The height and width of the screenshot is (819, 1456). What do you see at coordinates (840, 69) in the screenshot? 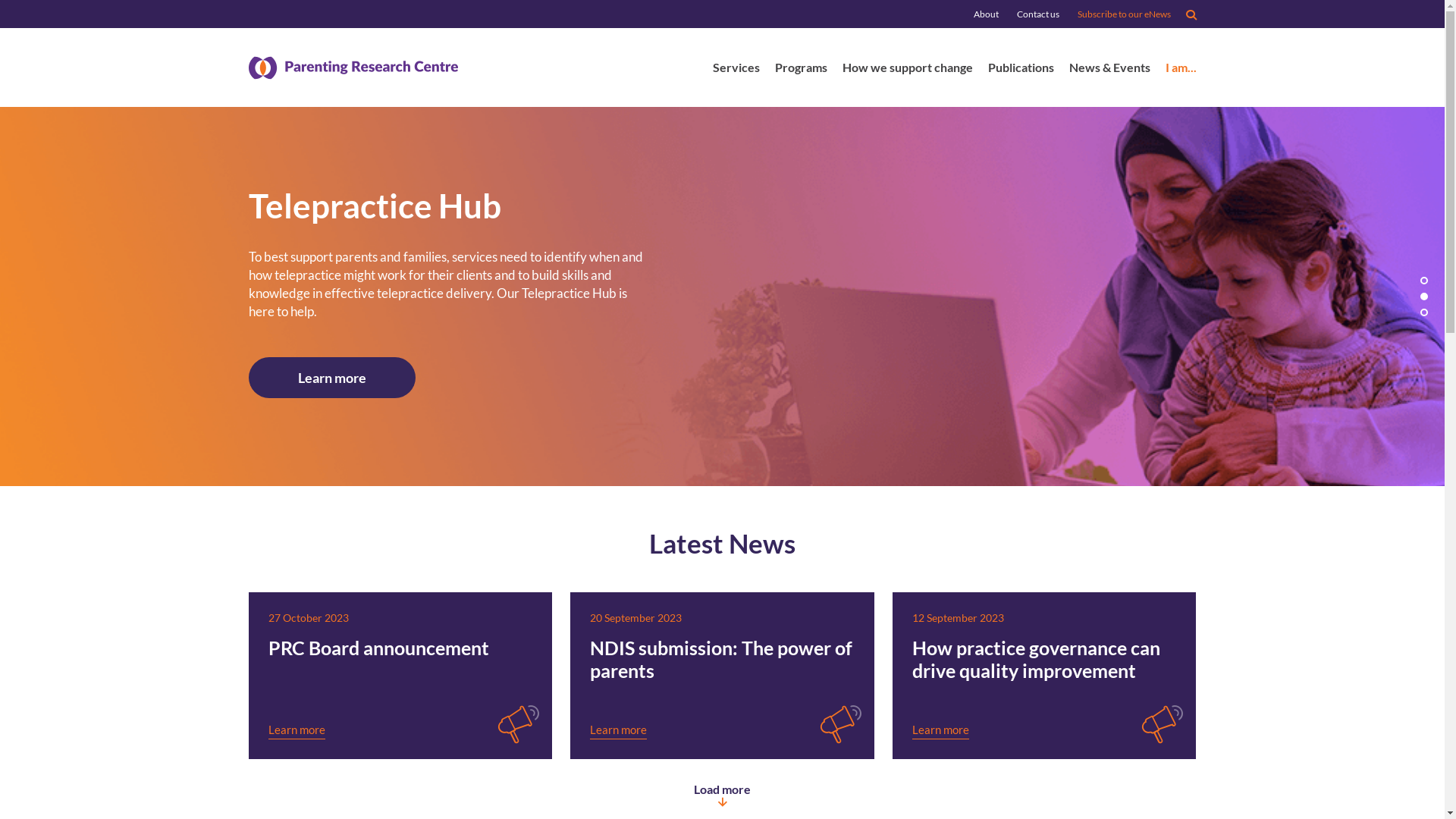
I see `'How we support change'` at bounding box center [840, 69].